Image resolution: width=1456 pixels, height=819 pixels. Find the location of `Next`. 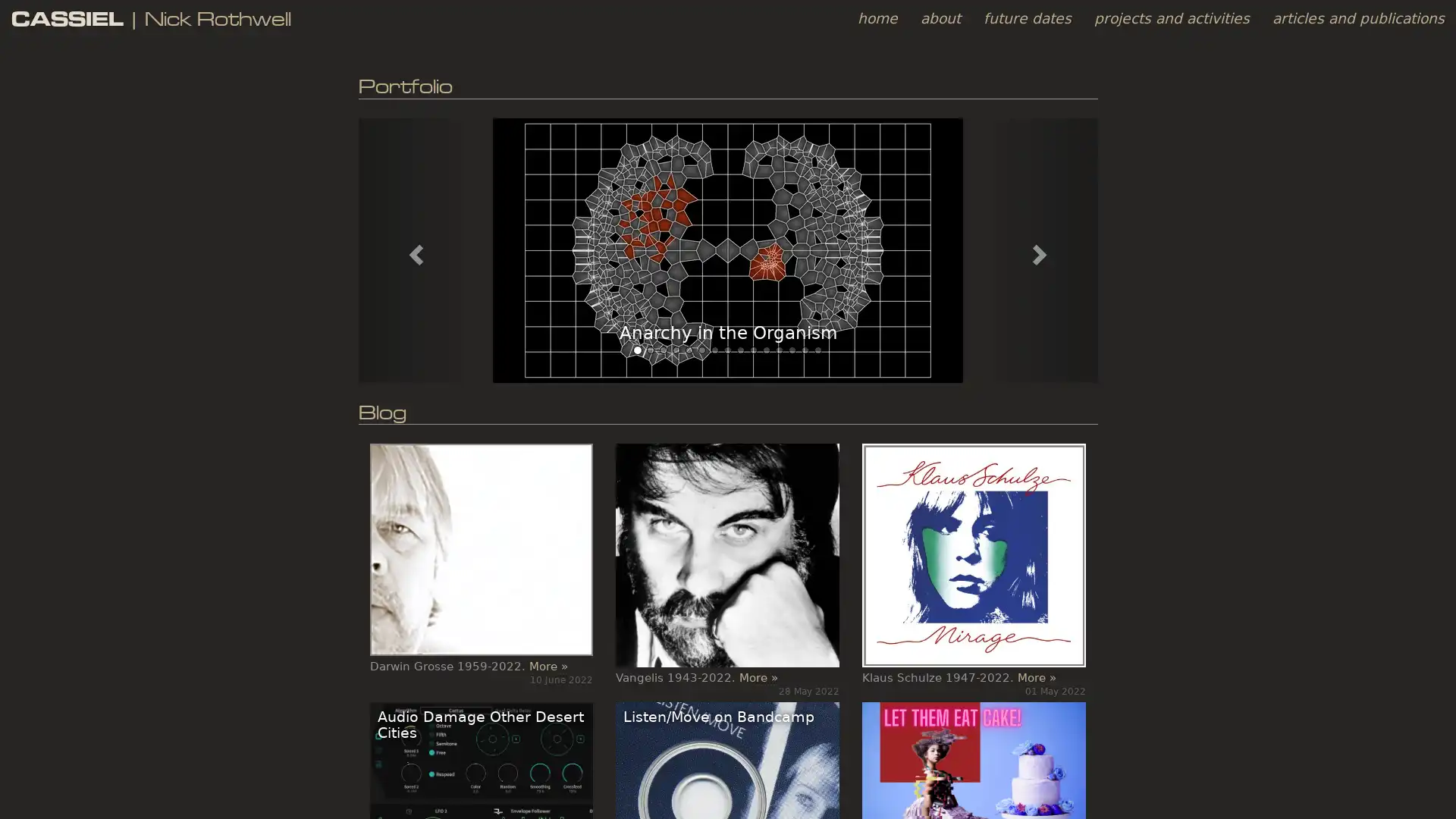

Next is located at coordinates (1040, 249).